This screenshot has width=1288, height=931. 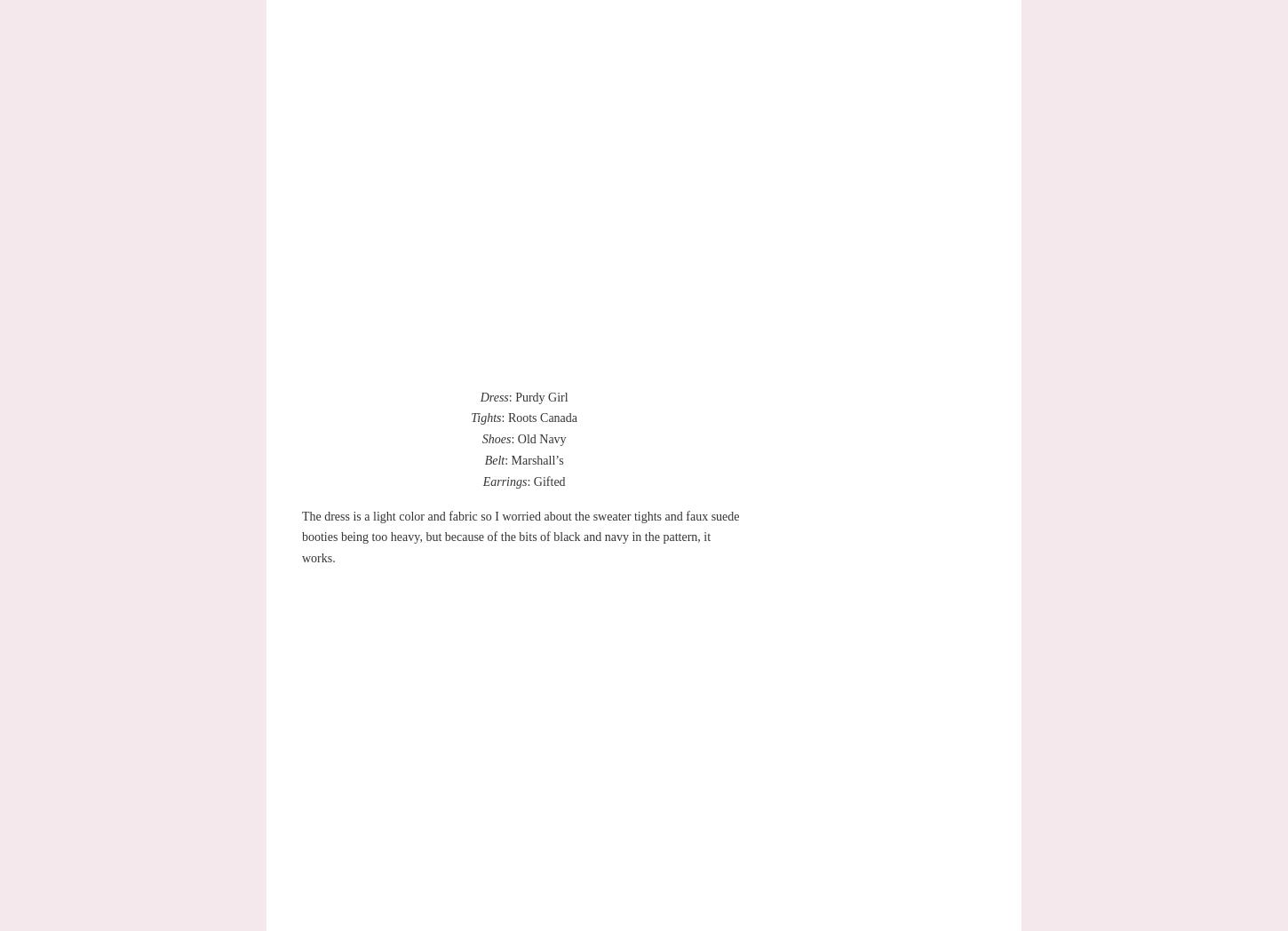 I want to click on ': Gifted', so click(x=527, y=480).